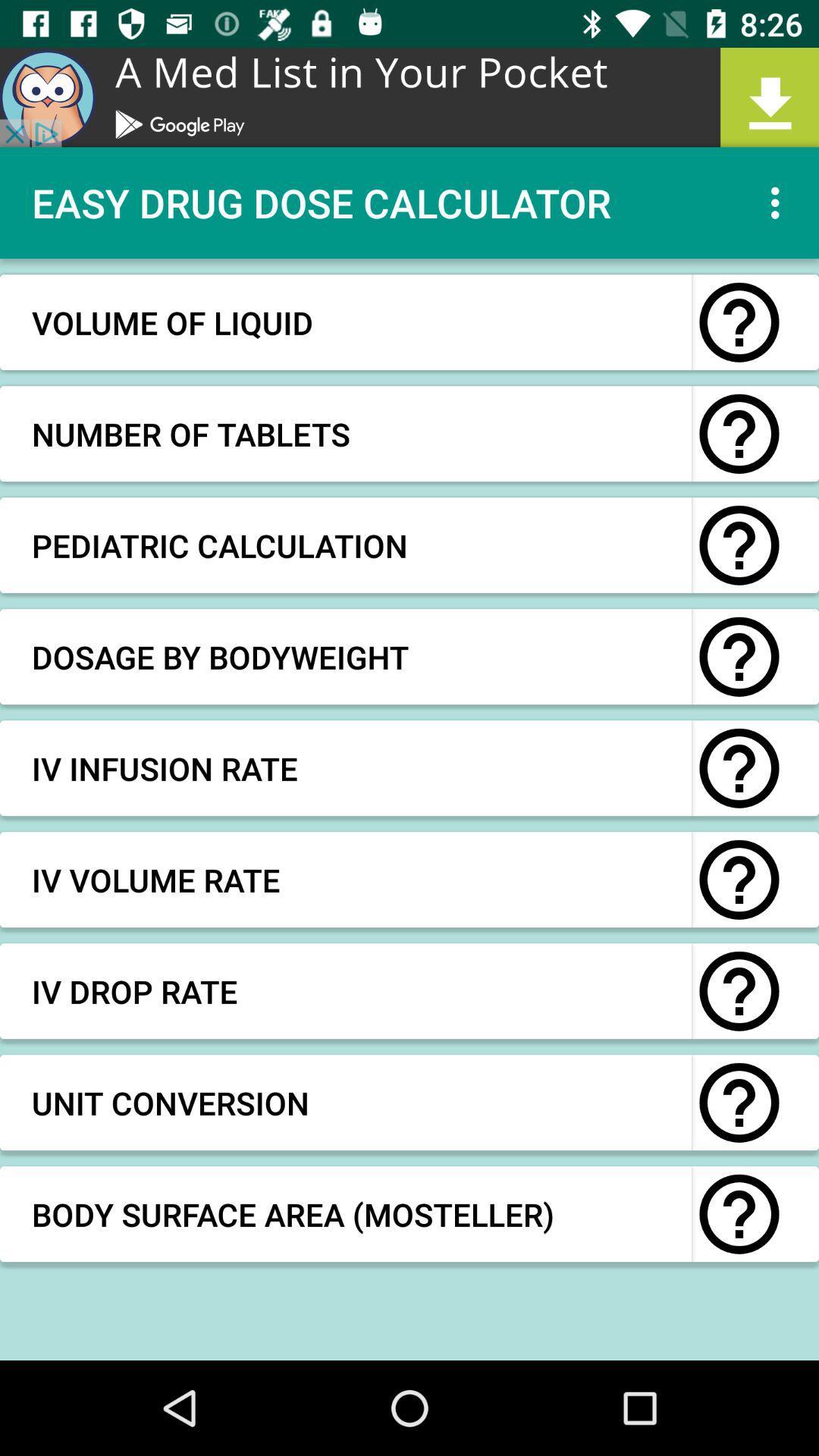  I want to click on help button, so click(739, 1103).